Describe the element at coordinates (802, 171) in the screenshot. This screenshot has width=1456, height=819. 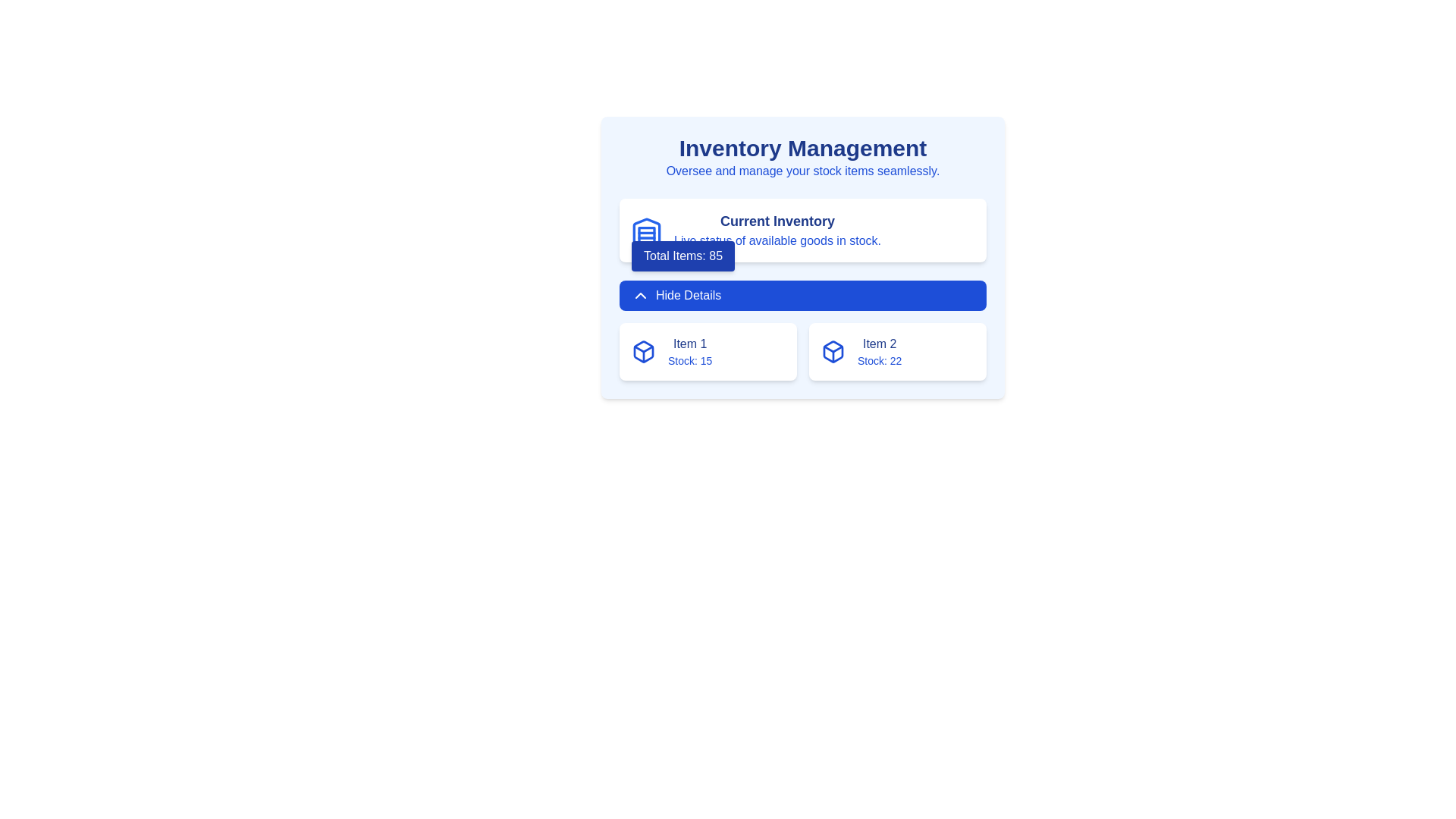
I see `the text display containing 'Oversee and manage your stock items seamlessly.' located beneath the 'Inventory Management' heading` at that location.